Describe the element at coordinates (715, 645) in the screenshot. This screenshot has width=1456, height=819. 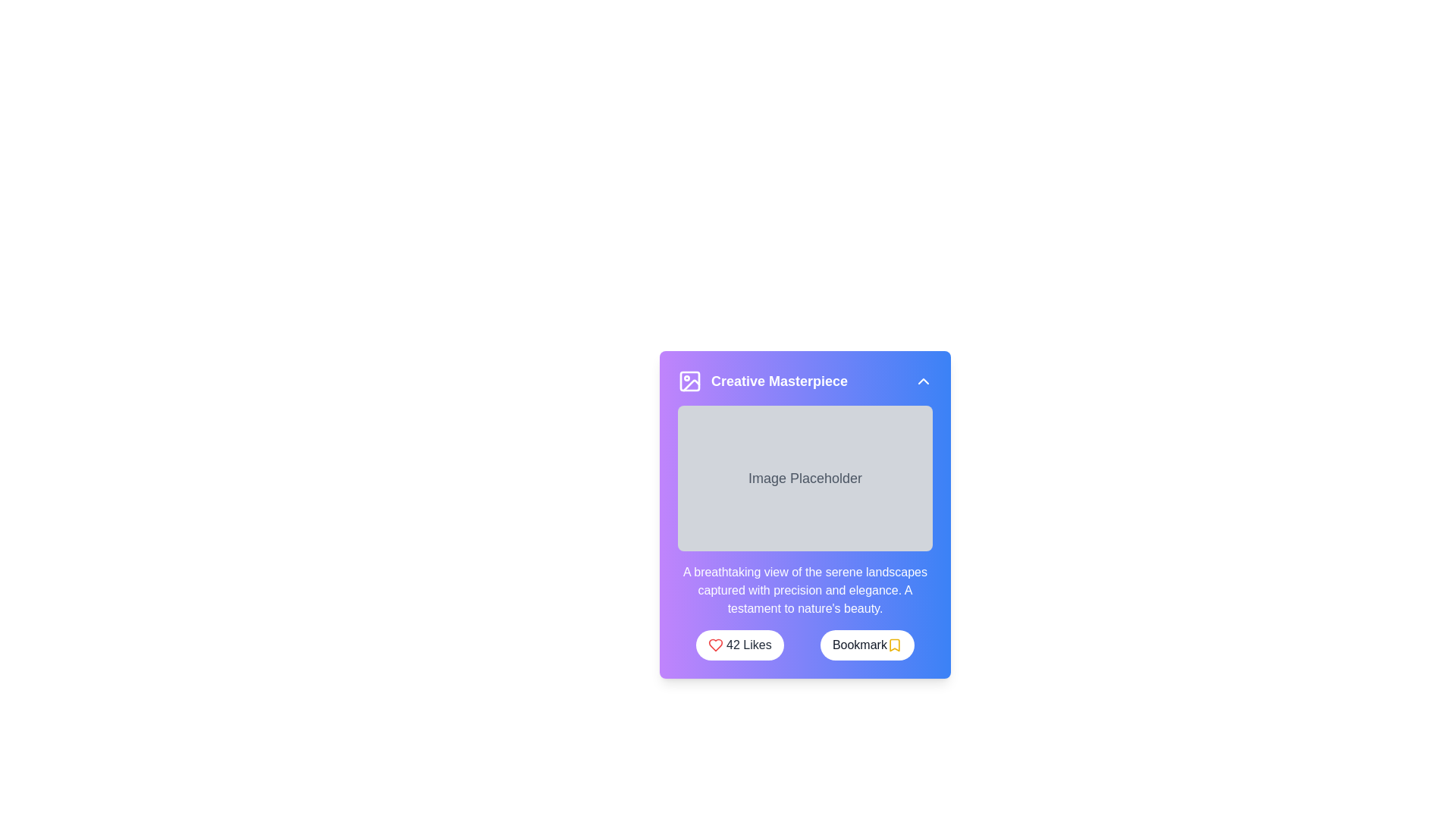
I see `the hollow heart-shaped icon with a red border located` at that location.